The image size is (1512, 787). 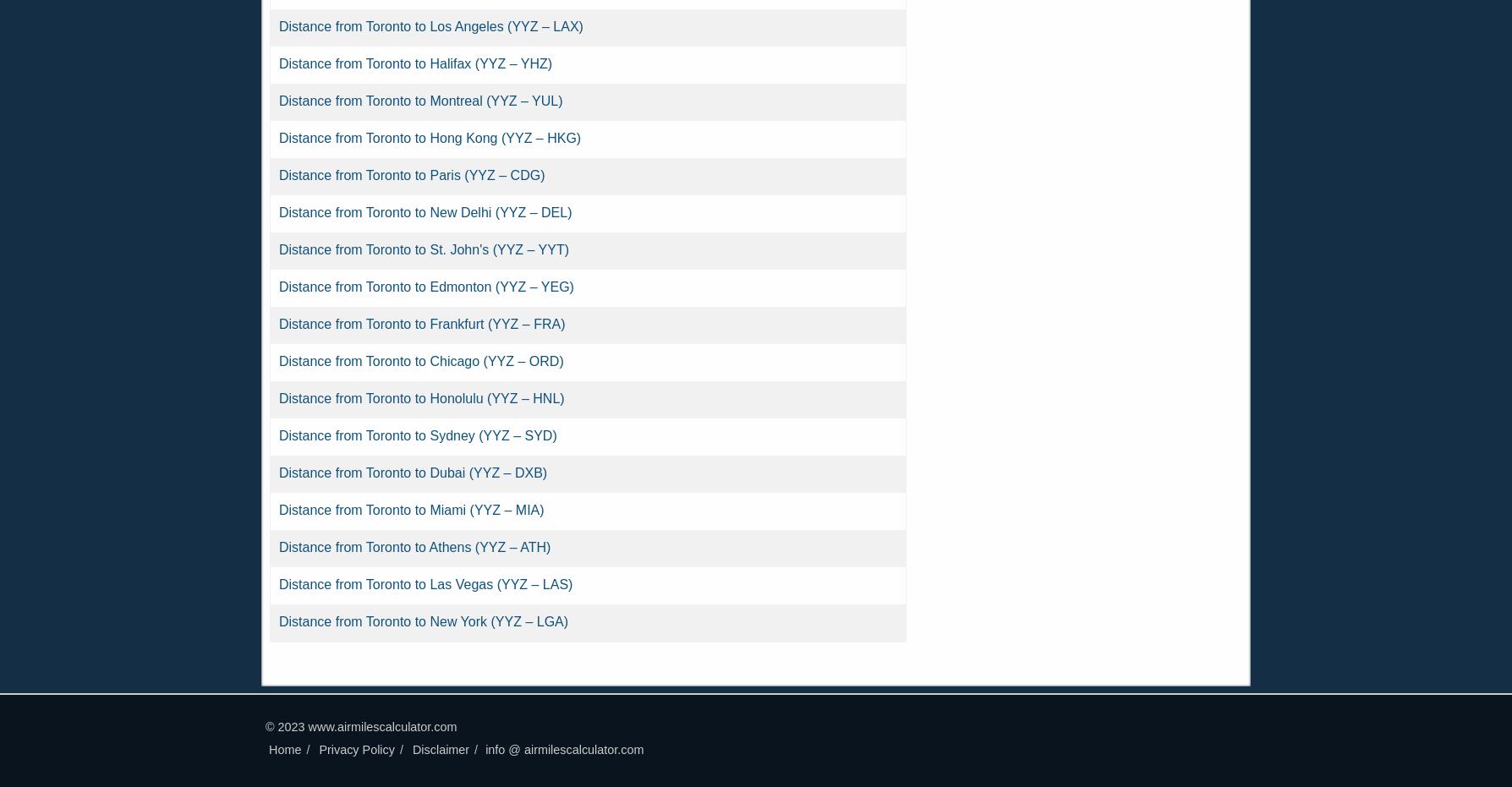 What do you see at coordinates (422, 324) in the screenshot?
I see `'Distance from Toronto to Frankfurt (YYZ – FRA)'` at bounding box center [422, 324].